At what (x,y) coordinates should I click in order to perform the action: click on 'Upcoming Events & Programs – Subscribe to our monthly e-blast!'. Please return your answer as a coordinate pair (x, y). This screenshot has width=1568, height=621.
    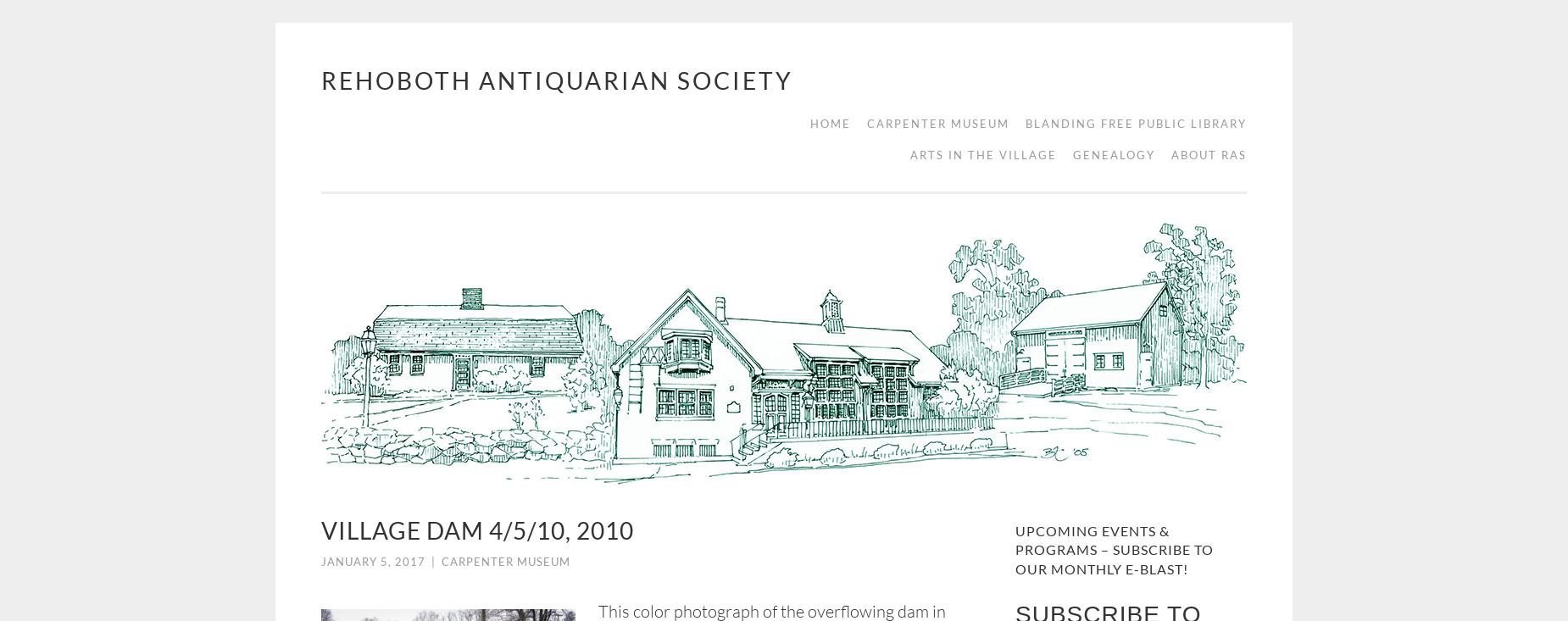
    Looking at the image, I should click on (1113, 548).